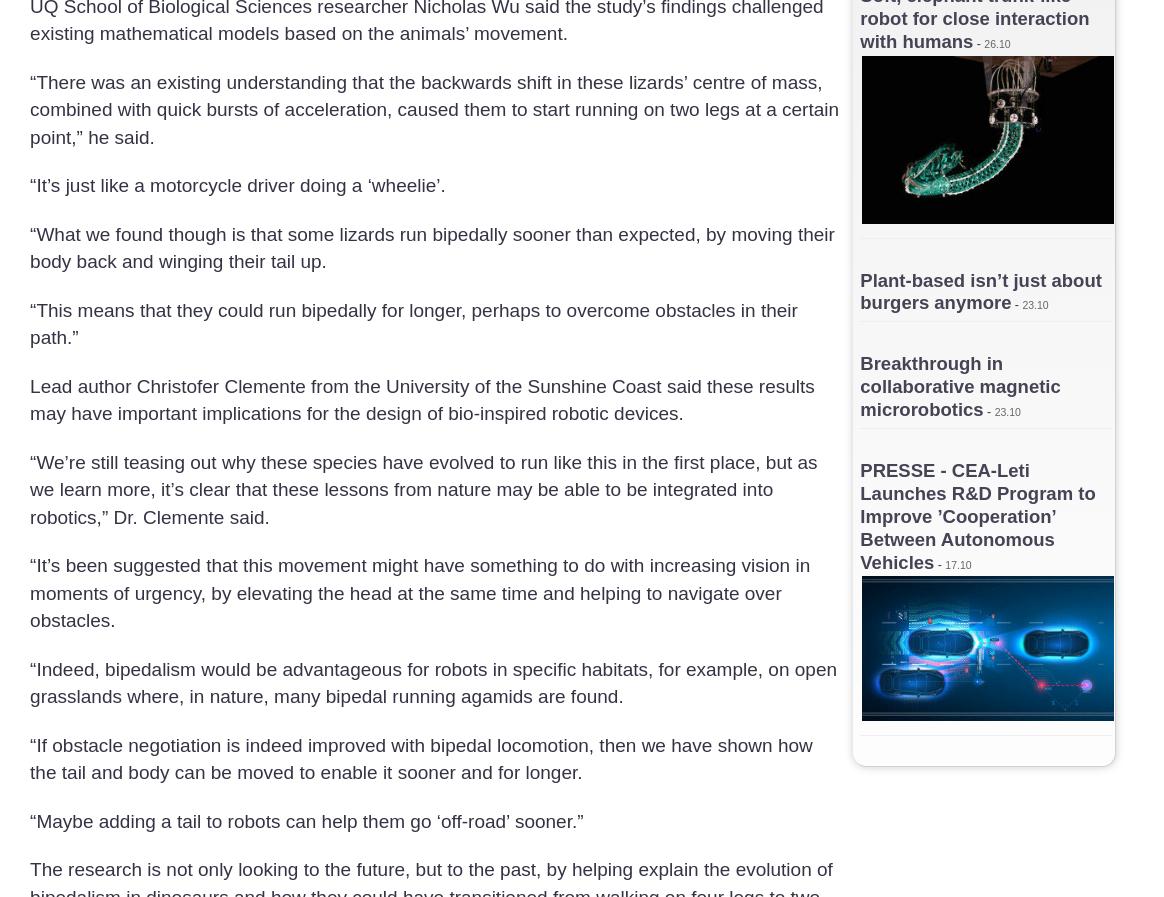  Describe the element at coordinates (413, 322) in the screenshot. I see `'“This means that they could run bipedally for longer, perhaps to overcome obstacles in their path.”'` at that location.